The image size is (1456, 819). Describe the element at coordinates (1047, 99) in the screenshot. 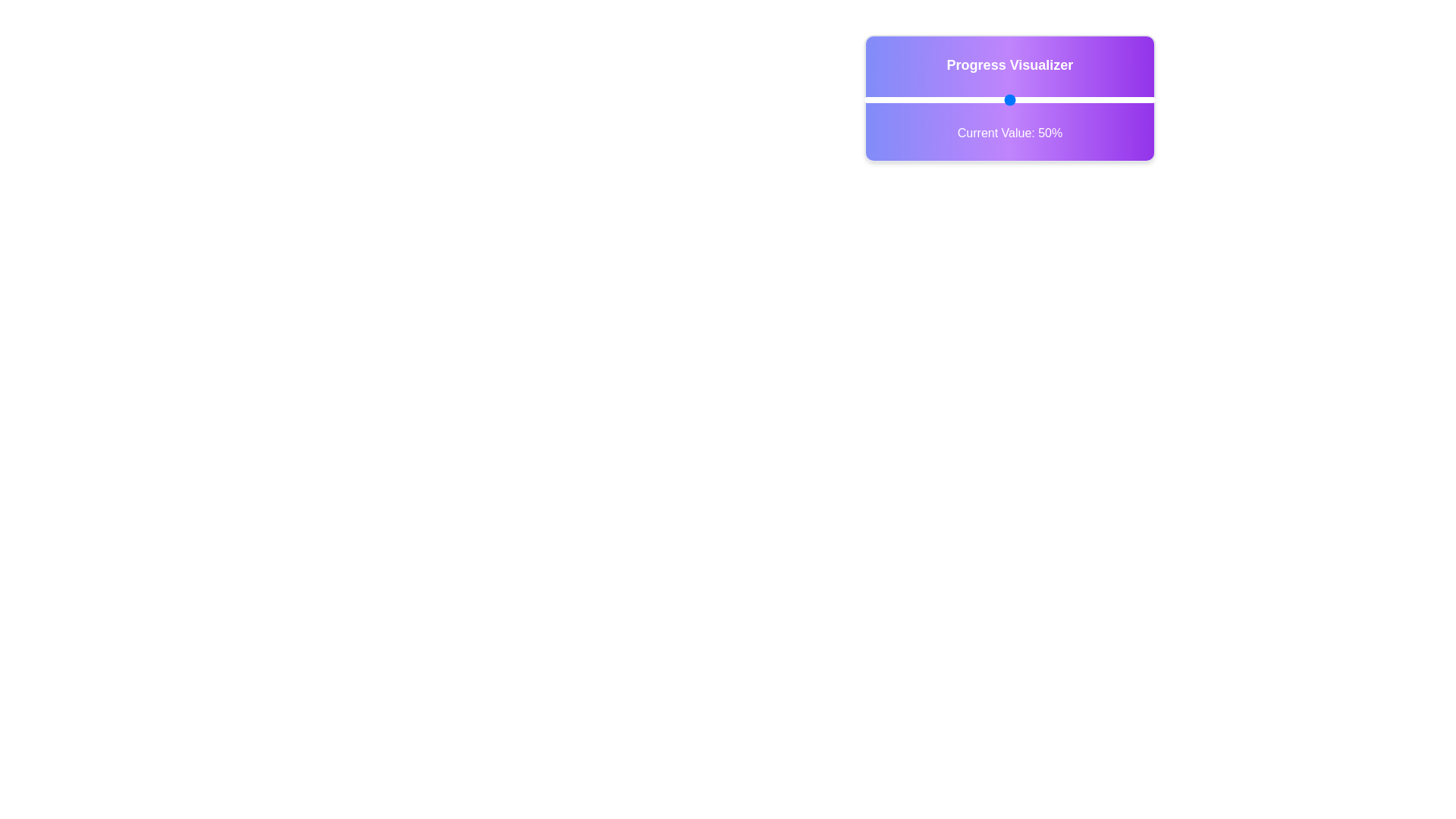

I see `the slider to set the progress value to 63` at that location.